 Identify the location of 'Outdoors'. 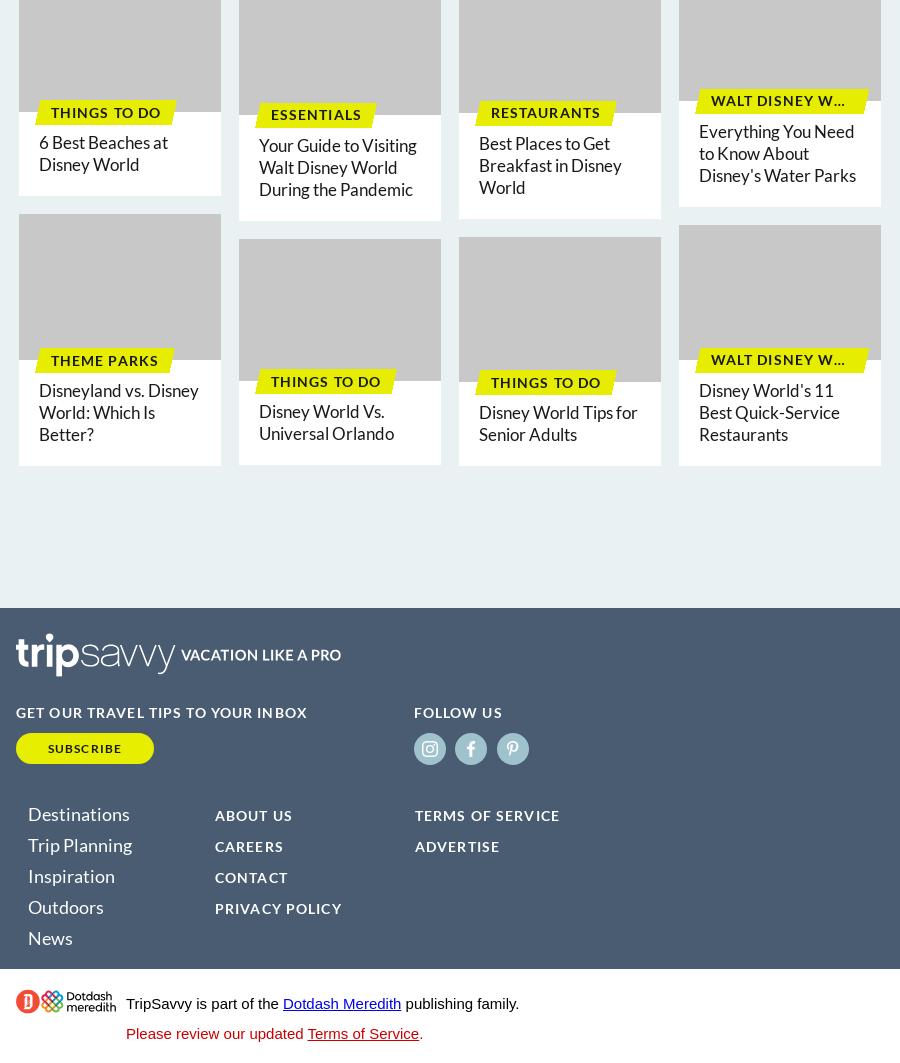
(64, 904).